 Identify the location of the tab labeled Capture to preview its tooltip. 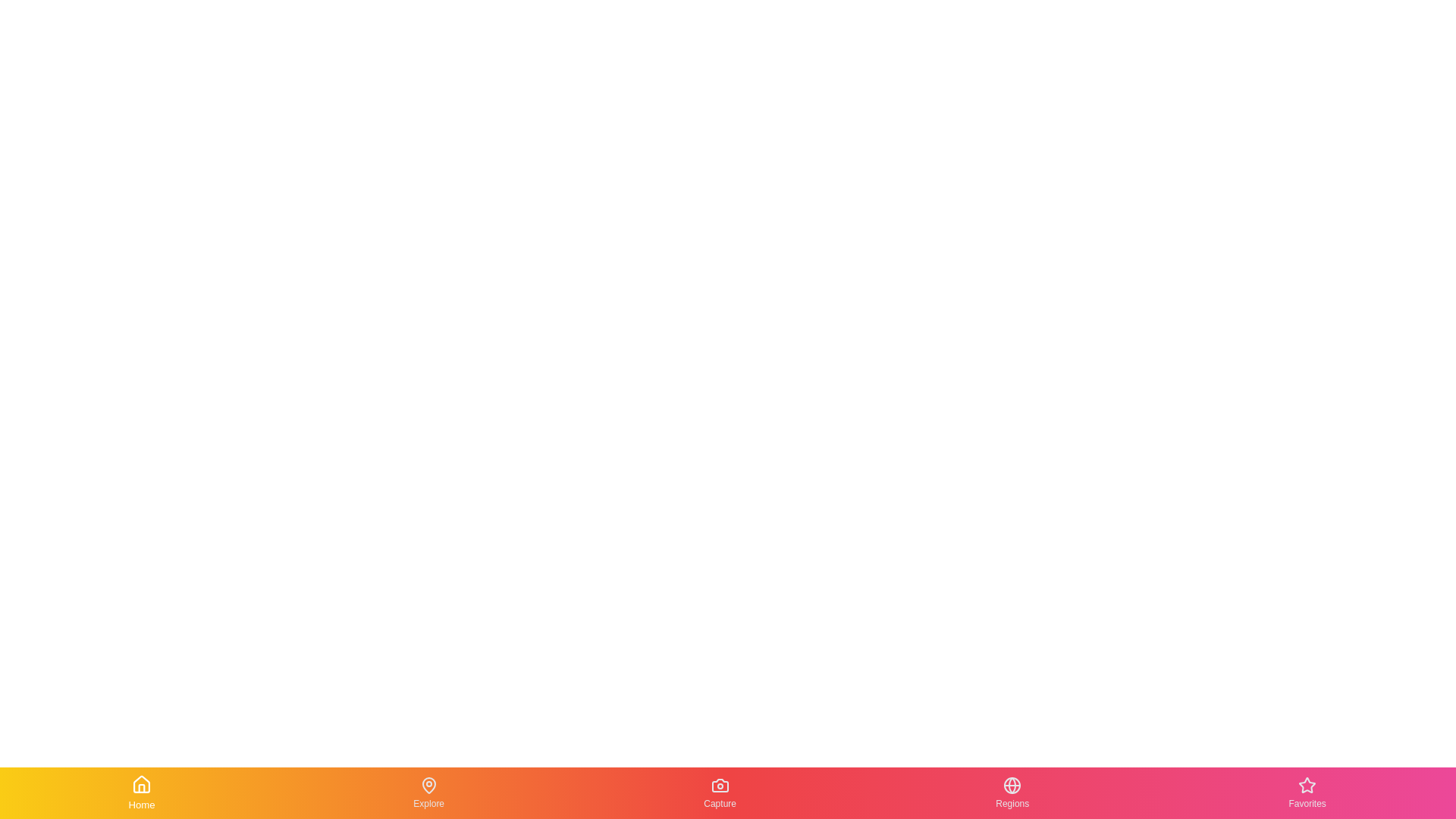
(720, 792).